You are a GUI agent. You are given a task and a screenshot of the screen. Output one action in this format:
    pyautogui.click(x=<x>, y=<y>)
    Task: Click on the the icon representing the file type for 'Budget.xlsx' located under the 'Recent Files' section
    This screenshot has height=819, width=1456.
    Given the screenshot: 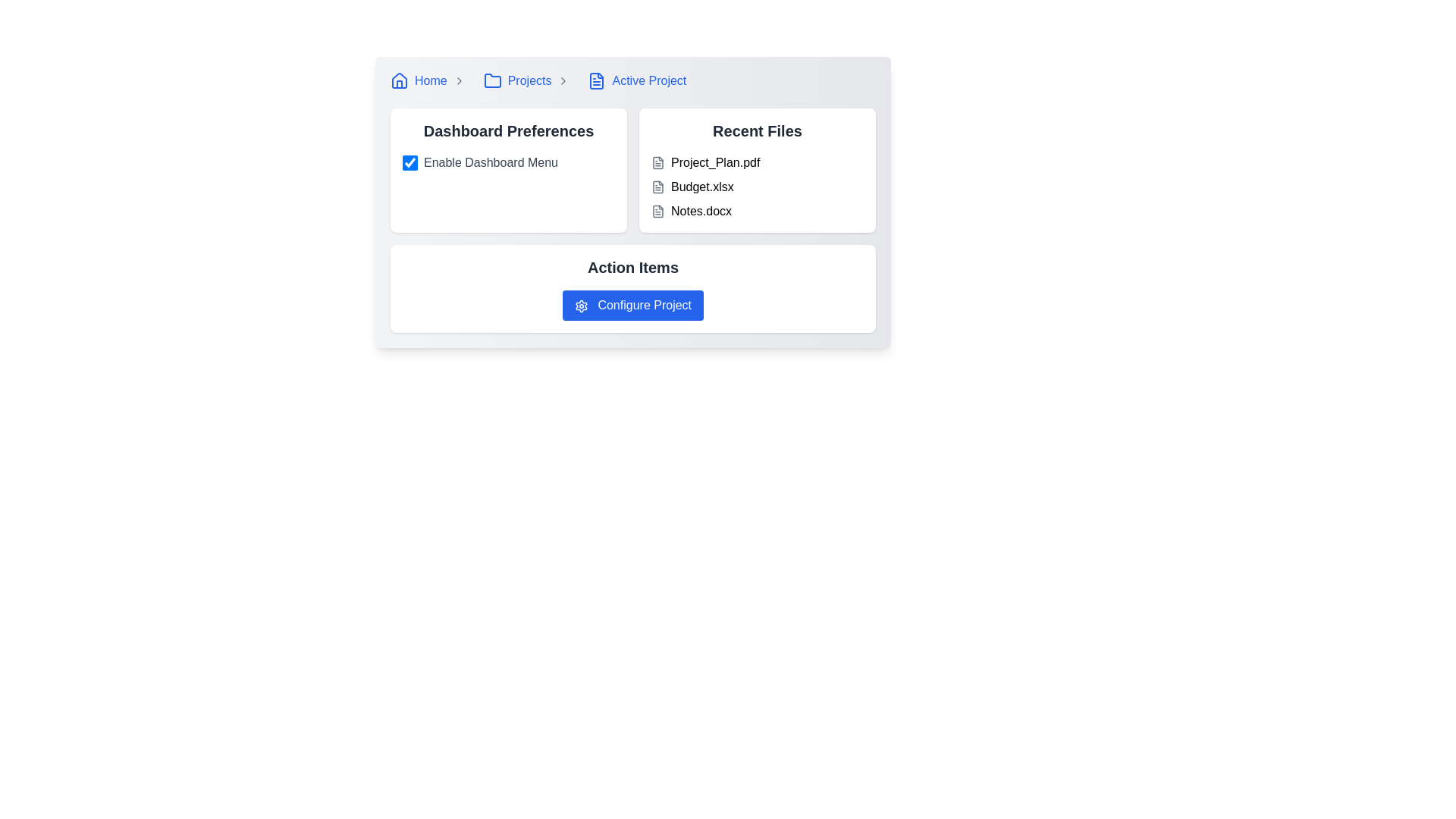 What is the action you would take?
    pyautogui.click(x=658, y=186)
    